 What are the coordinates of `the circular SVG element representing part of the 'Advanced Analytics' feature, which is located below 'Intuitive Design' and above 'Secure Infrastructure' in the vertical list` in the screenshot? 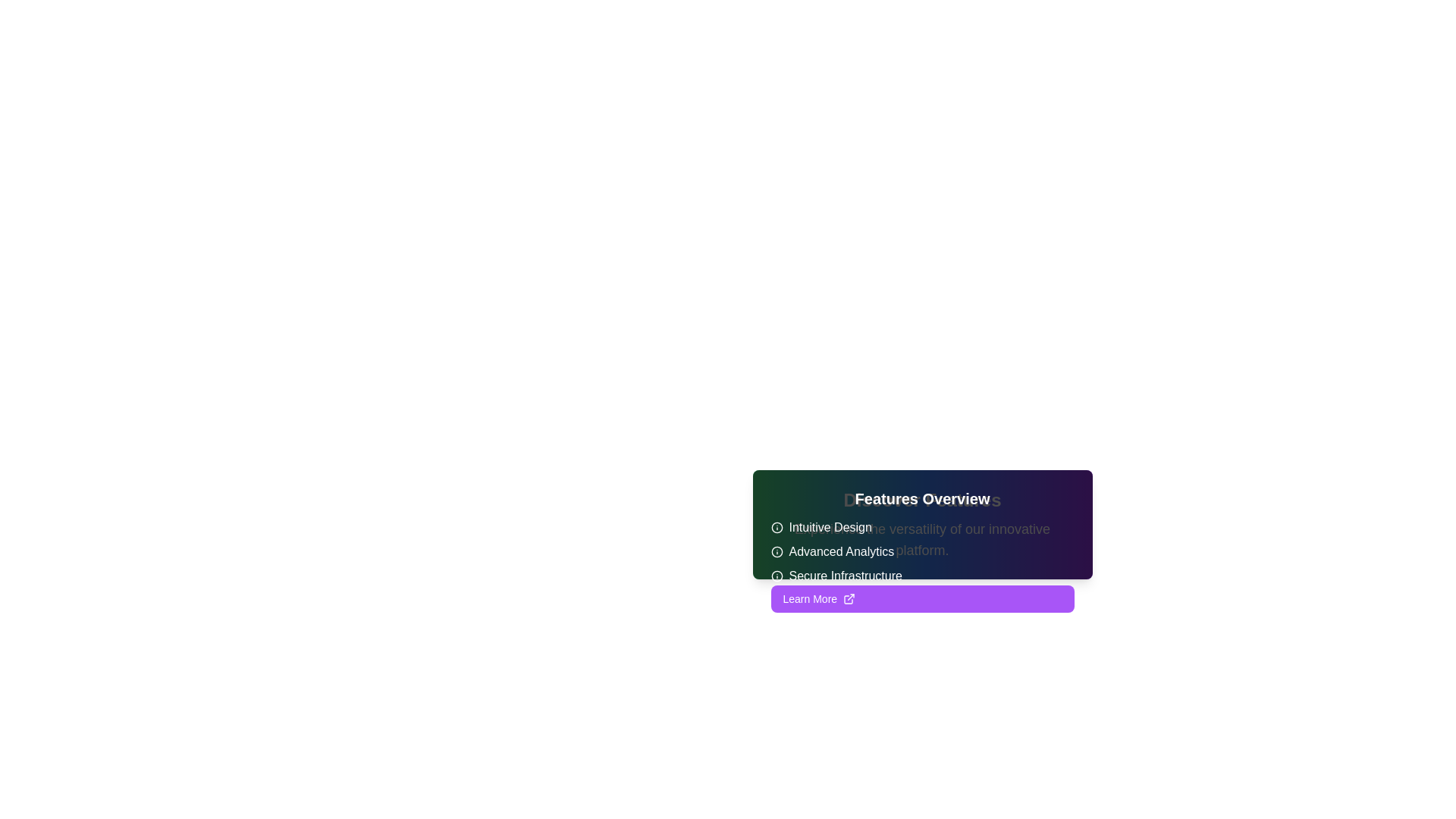 It's located at (777, 552).